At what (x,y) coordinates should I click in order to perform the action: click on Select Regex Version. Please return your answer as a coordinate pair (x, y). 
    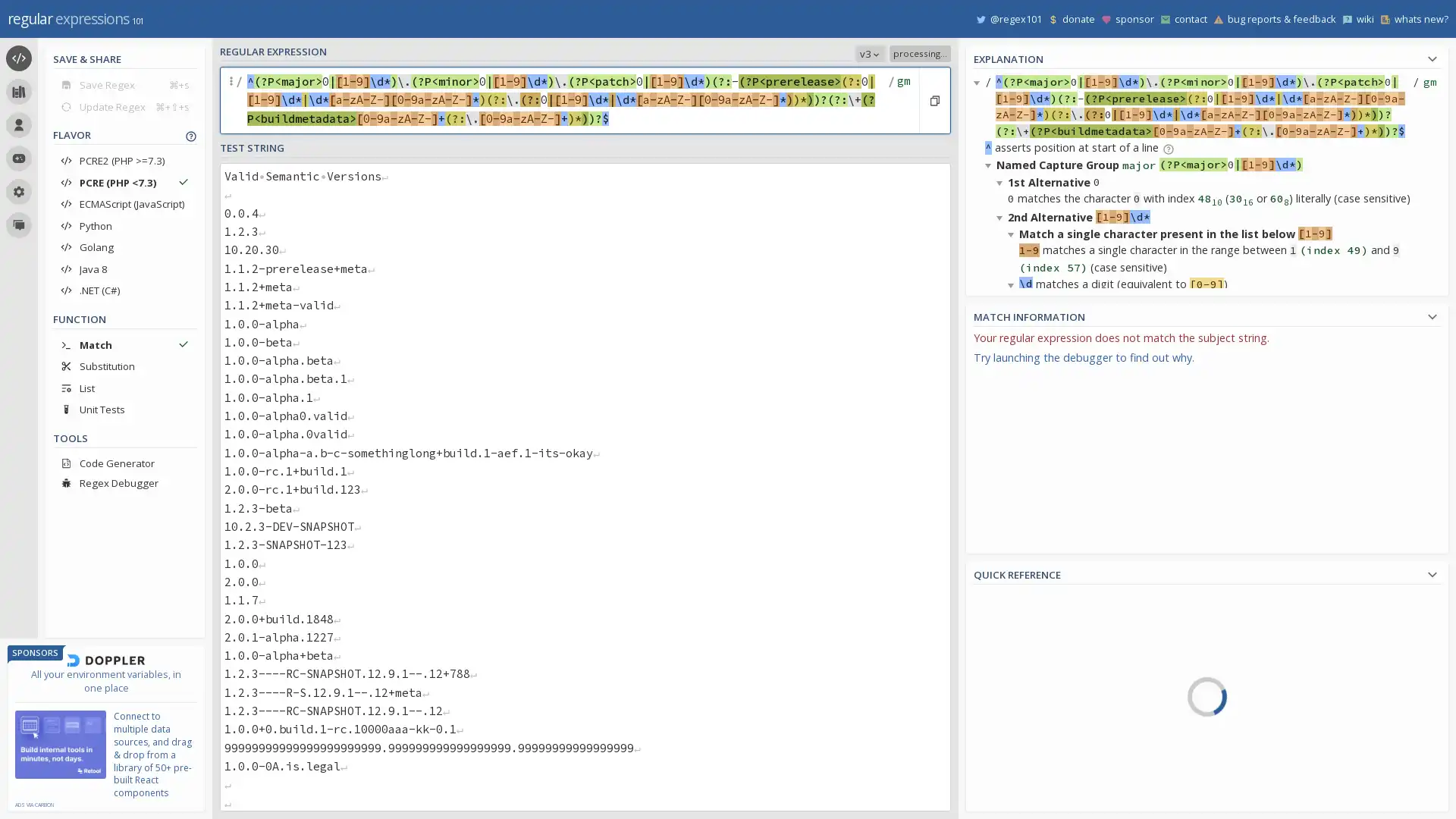
    Looking at the image, I should click on (778, 52).